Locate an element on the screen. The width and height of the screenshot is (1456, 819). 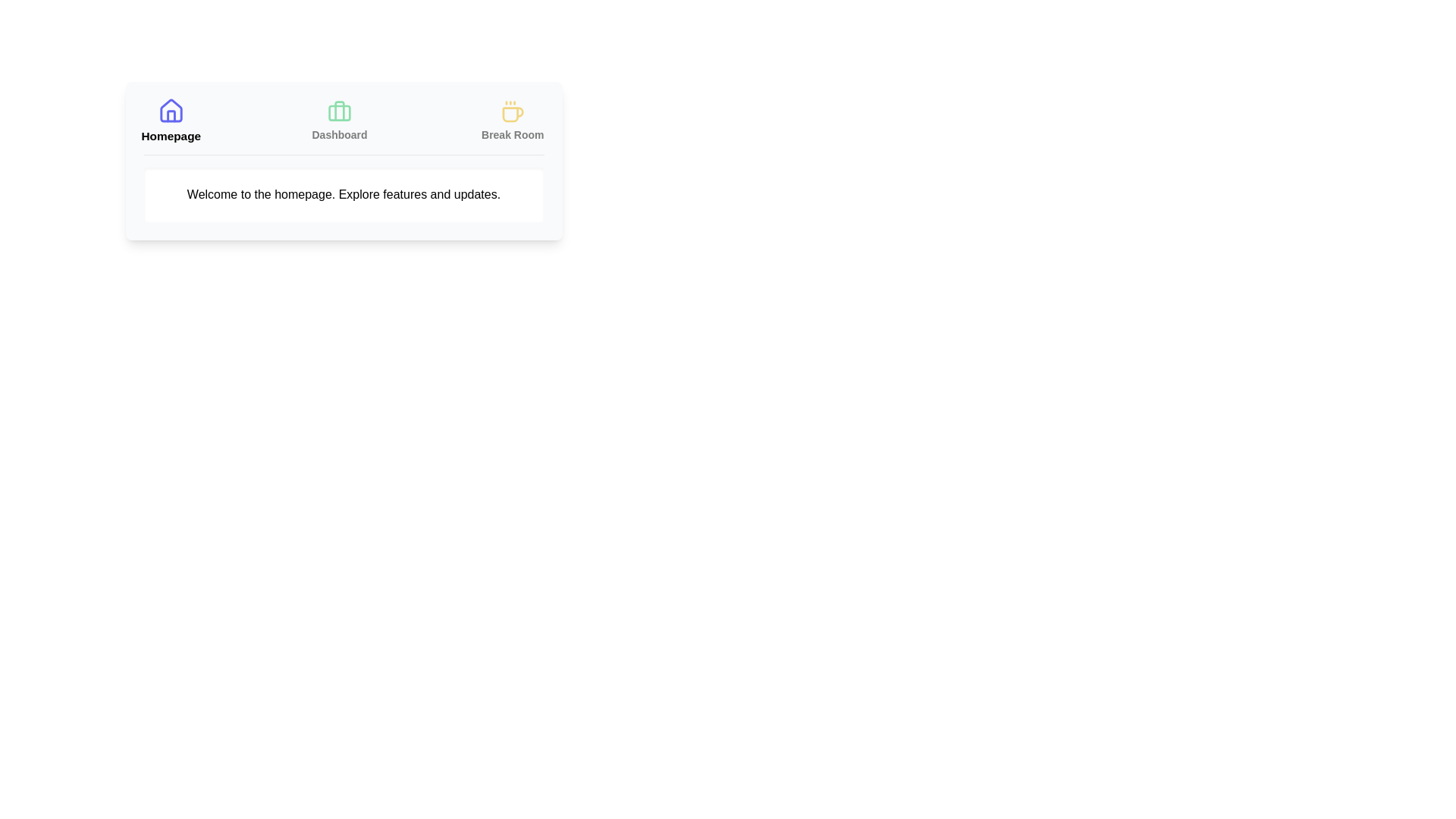
the Break Room tab to view its content is located at coordinates (513, 120).